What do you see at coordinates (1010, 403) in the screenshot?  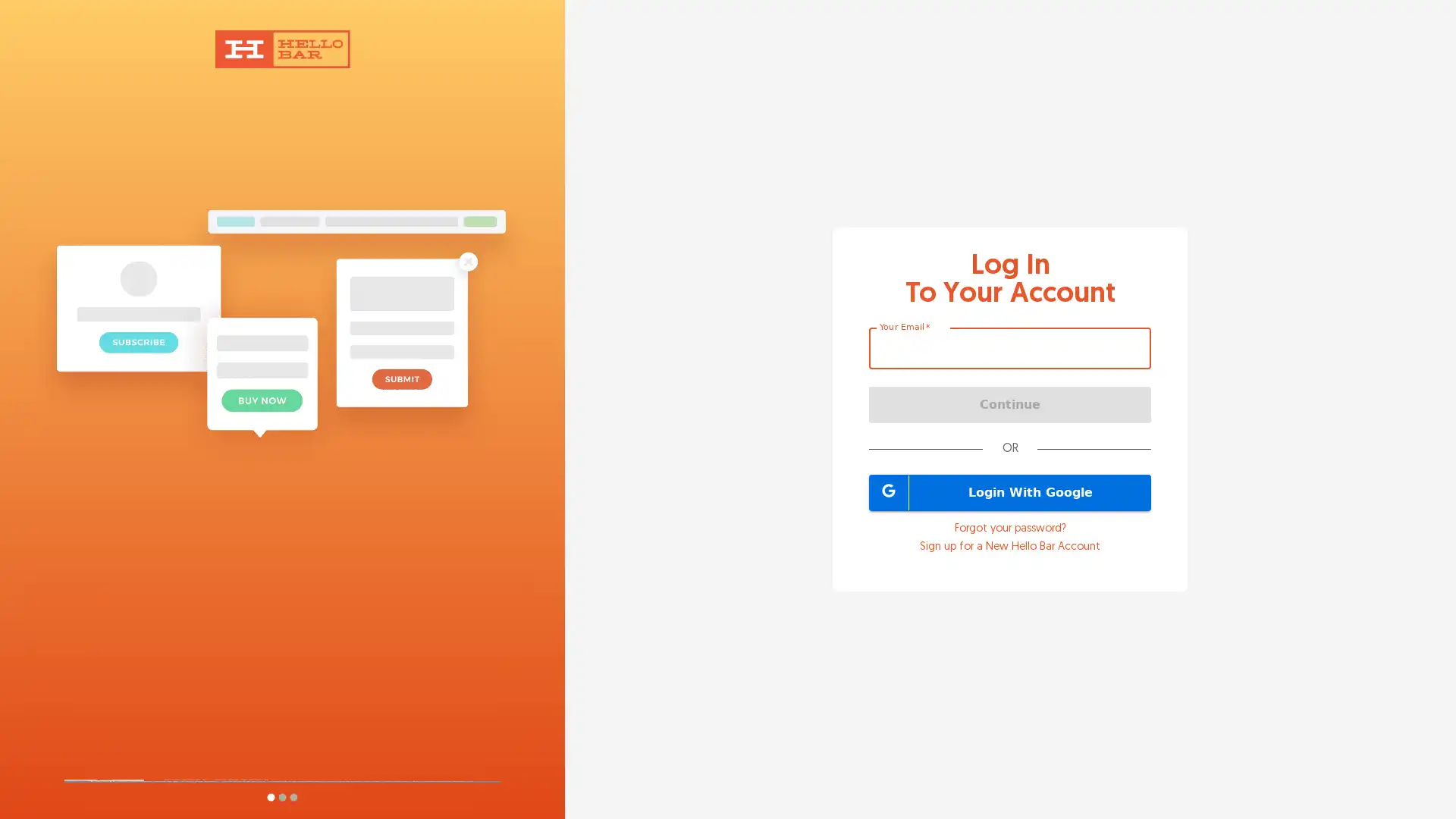 I see `Continue` at bounding box center [1010, 403].